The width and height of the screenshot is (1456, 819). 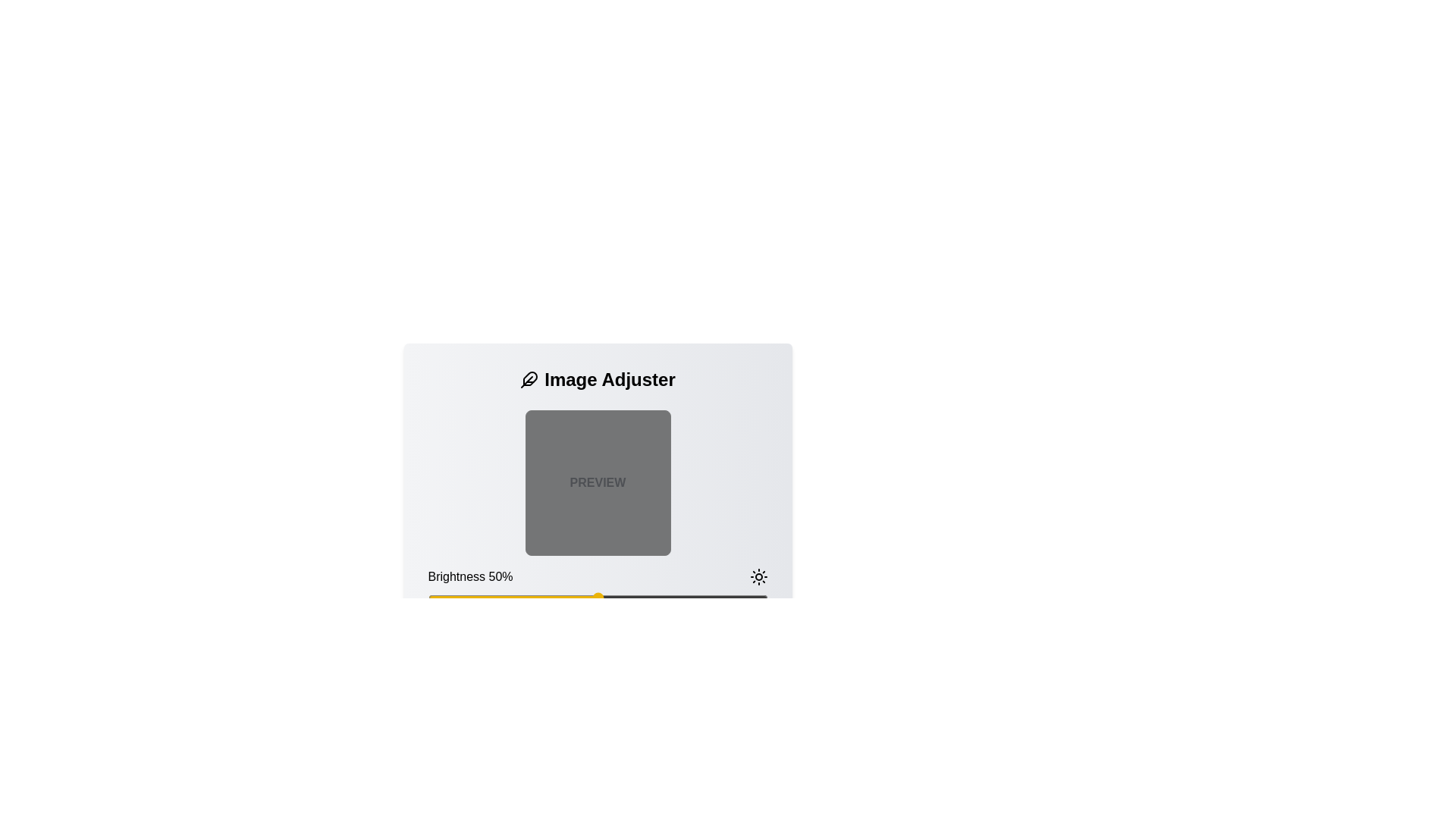 I want to click on the text label that indicates the contrast adjustment parameter, currently displaying a value of 50%, so click(x=464, y=637).